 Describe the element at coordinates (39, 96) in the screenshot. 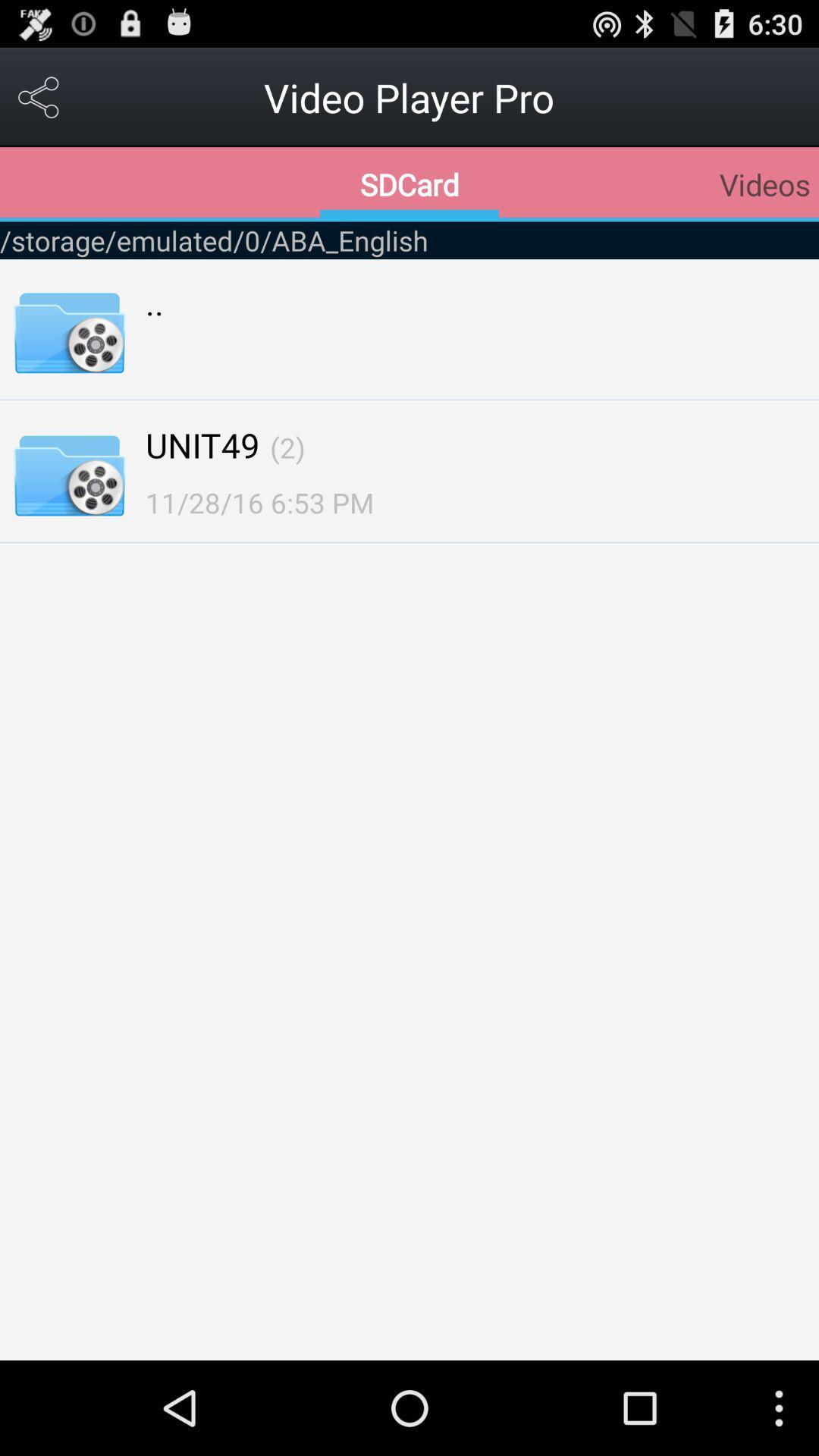

I see `item next to video player pro` at that location.